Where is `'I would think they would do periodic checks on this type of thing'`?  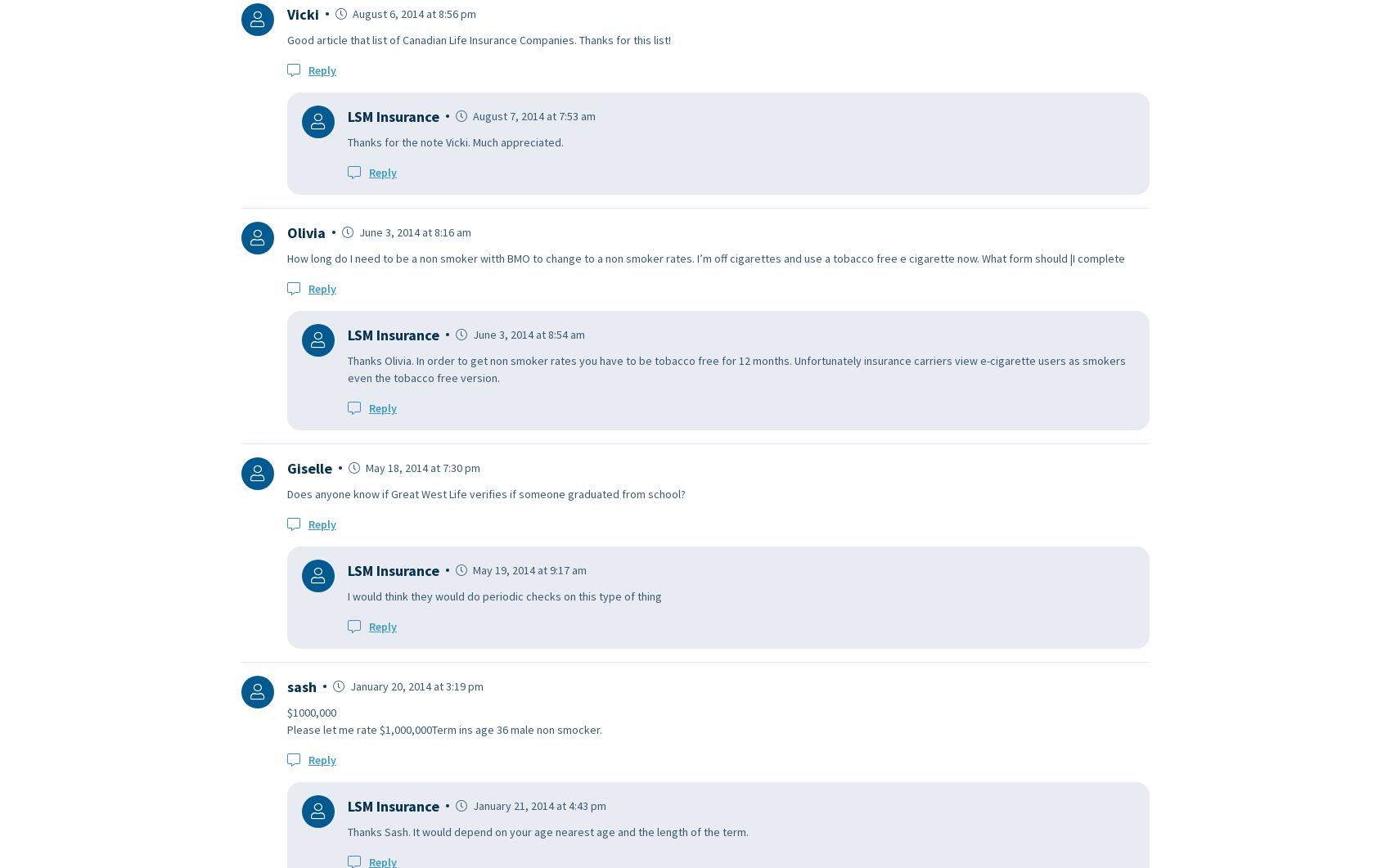
'I would think they would do periodic checks on this type of thing' is located at coordinates (503, 595).